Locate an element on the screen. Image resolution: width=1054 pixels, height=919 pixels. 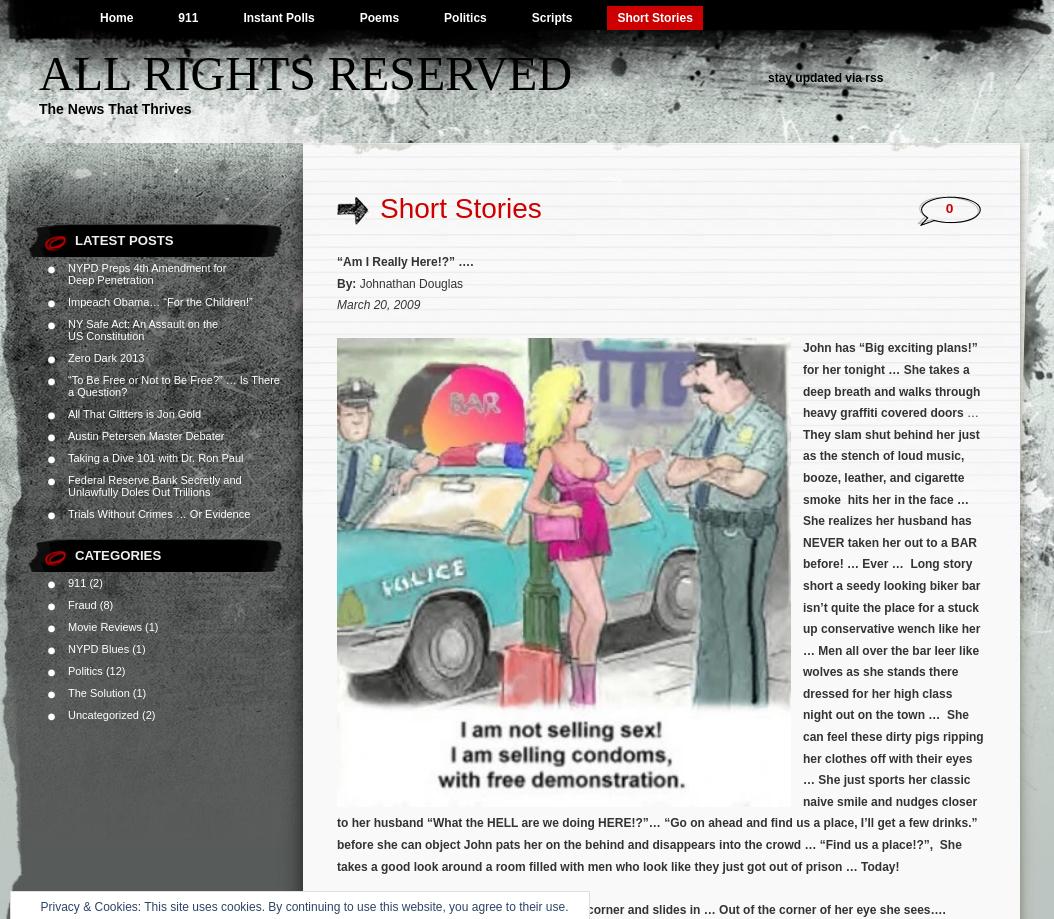
'her classic' is located at coordinates (938, 779).